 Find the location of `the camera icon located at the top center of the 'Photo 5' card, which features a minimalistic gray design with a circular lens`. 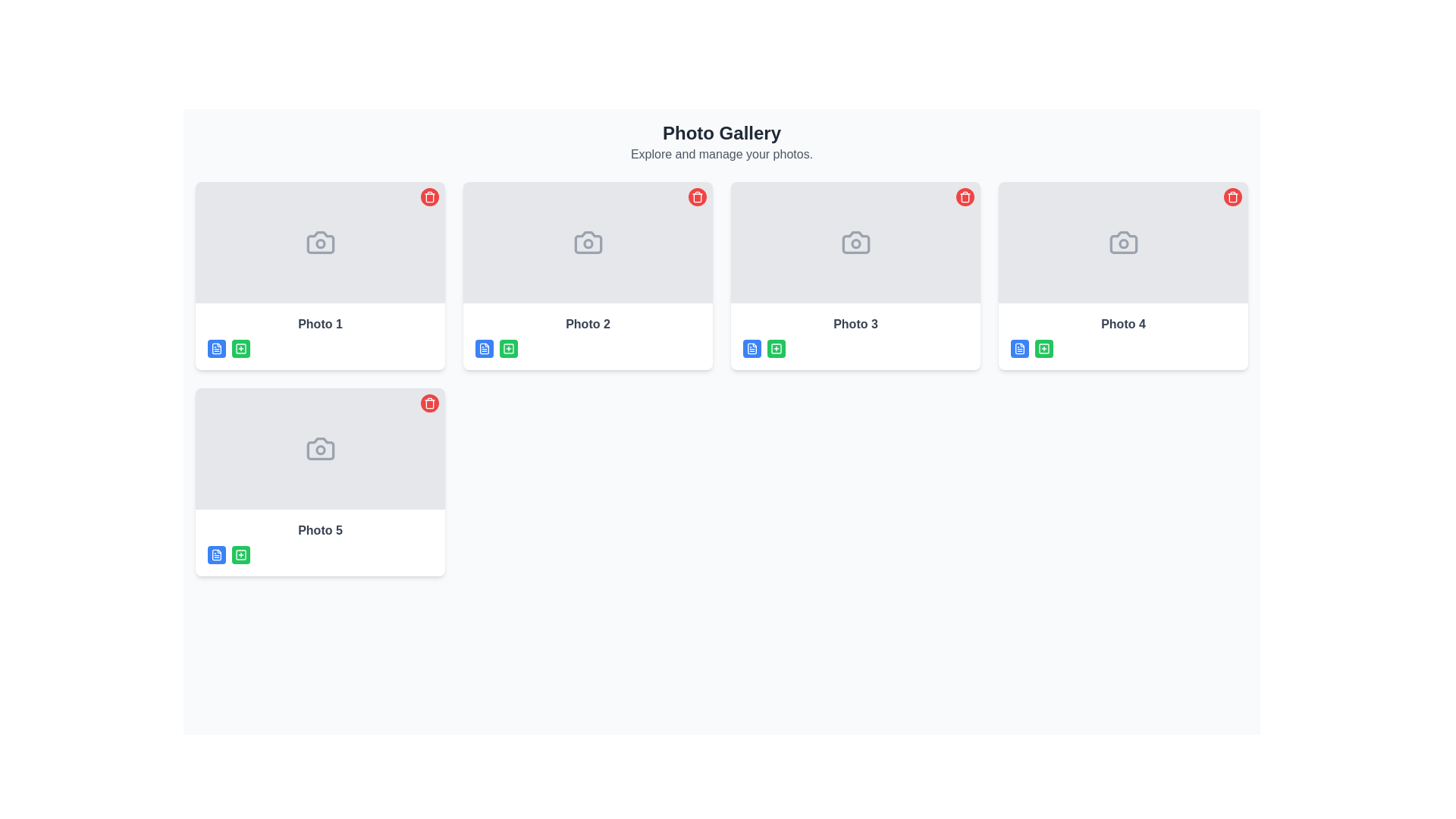

the camera icon located at the top center of the 'Photo 5' card, which features a minimalistic gray design with a circular lens is located at coordinates (319, 447).